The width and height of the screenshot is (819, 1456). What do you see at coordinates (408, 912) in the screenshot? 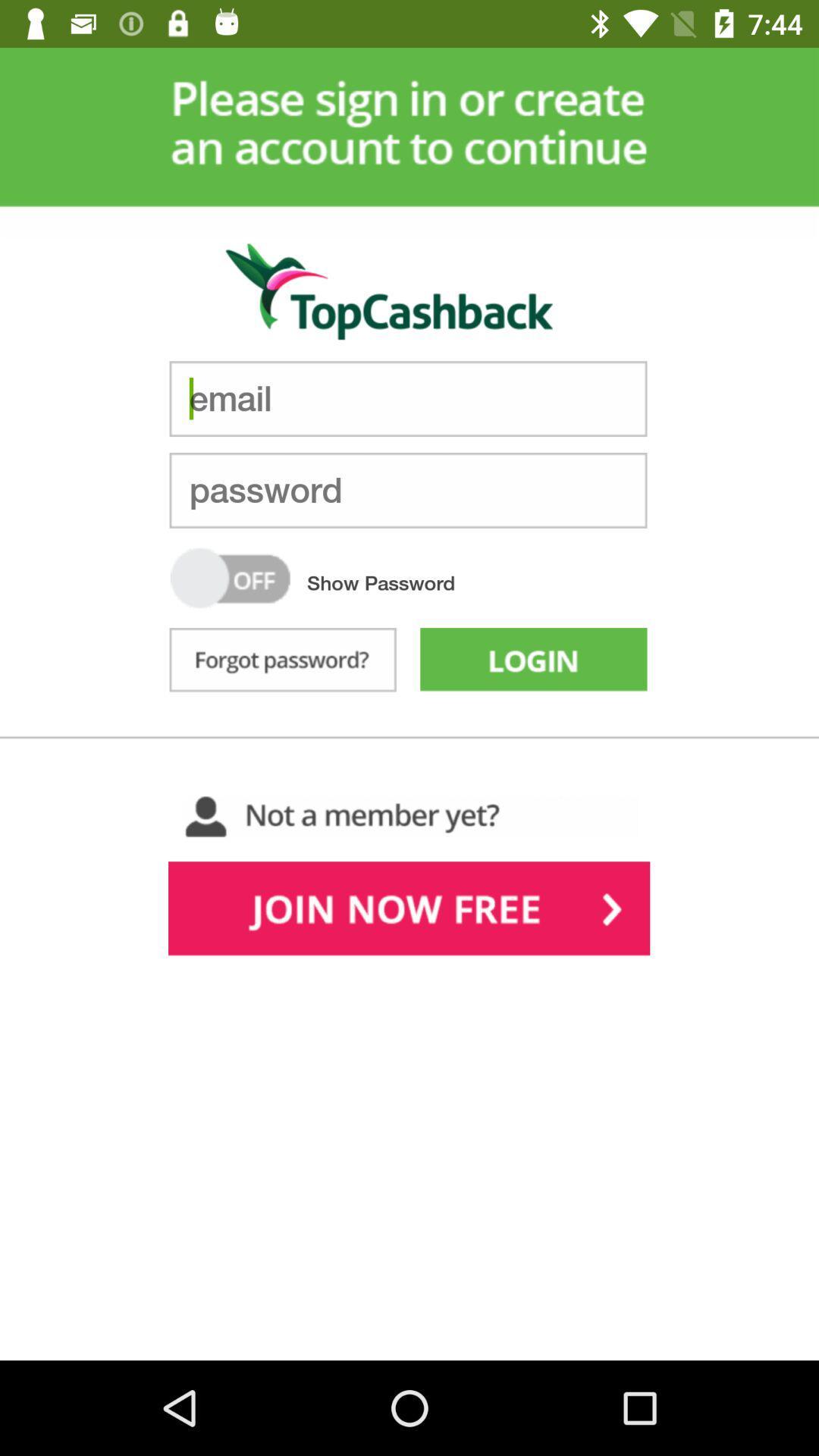
I see `join the website` at bounding box center [408, 912].